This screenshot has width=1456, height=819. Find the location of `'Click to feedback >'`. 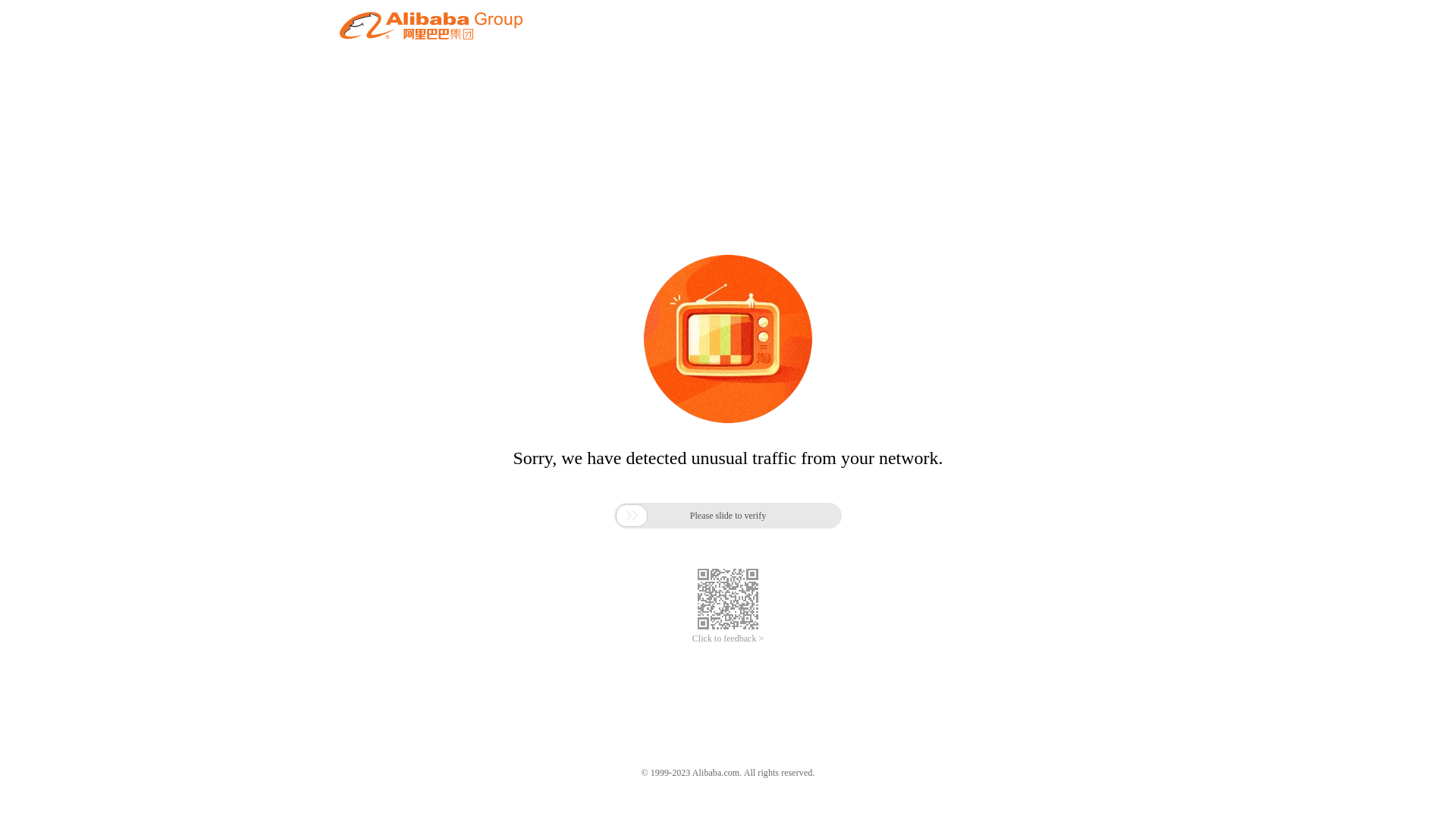

'Click to feedback >' is located at coordinates (691, 639).